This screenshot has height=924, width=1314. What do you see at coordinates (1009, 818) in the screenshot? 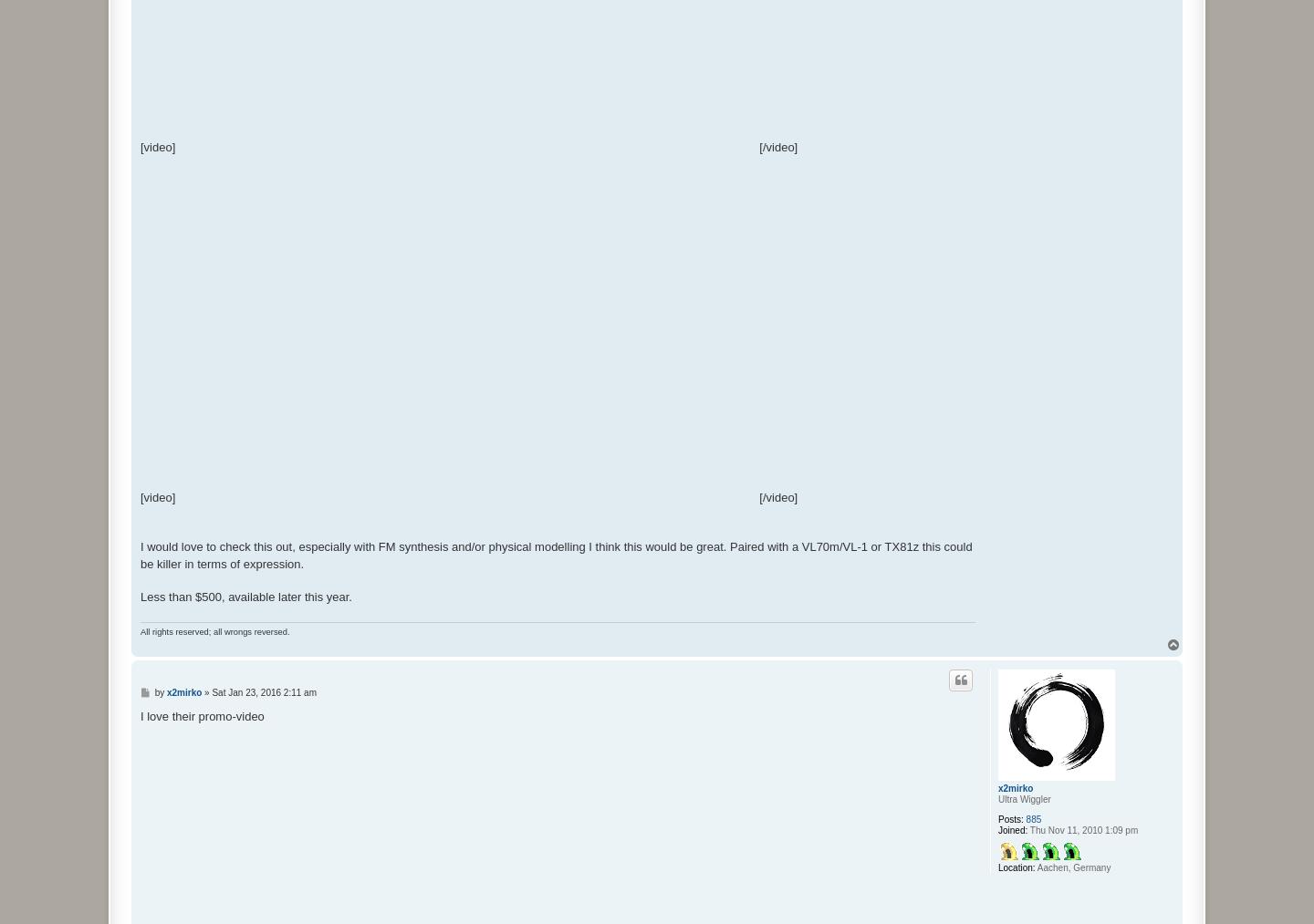
I see `'Posts:'` at bounding box center [1009, 818].